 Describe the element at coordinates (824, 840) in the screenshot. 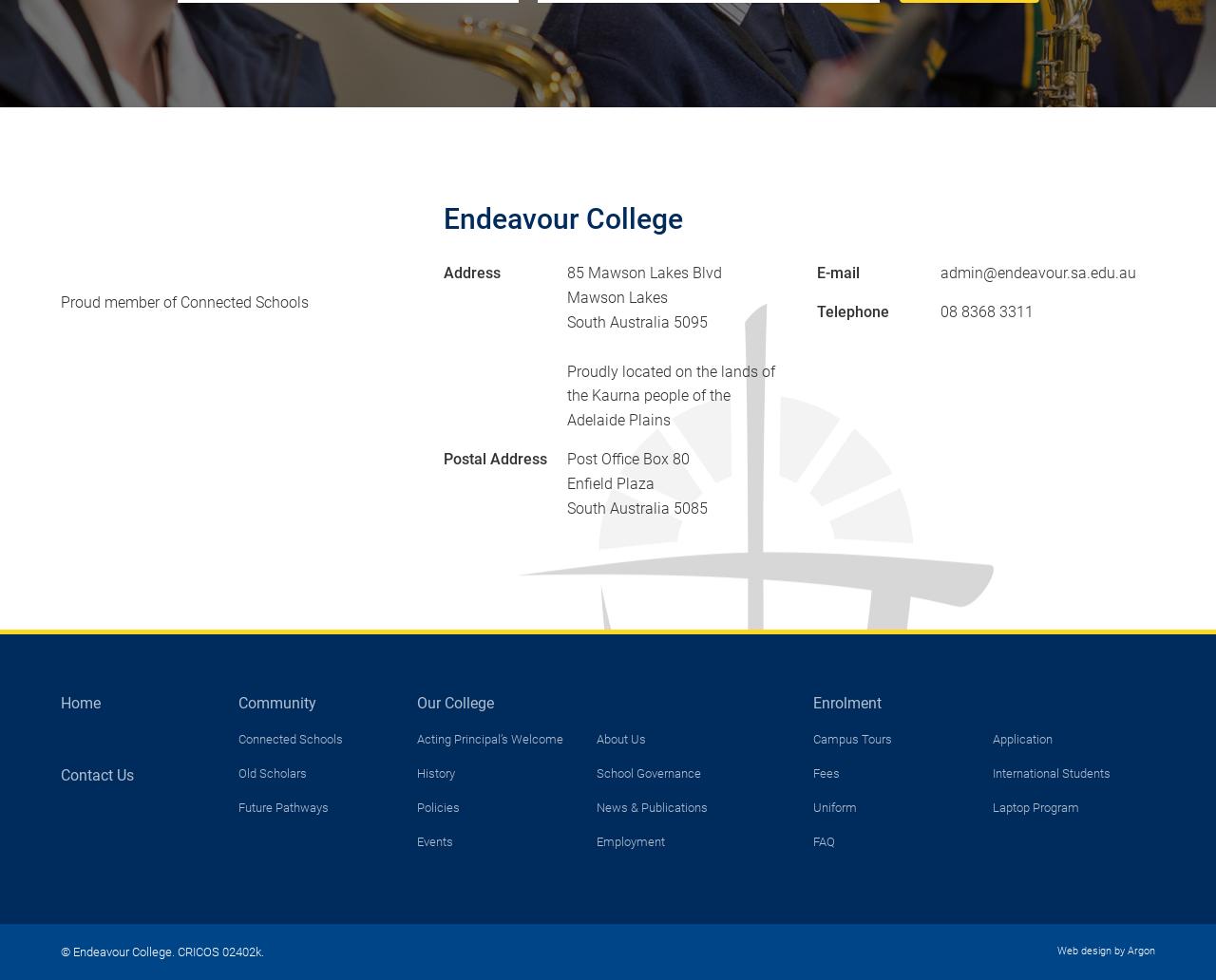

I see `'FAQ'` at that location.